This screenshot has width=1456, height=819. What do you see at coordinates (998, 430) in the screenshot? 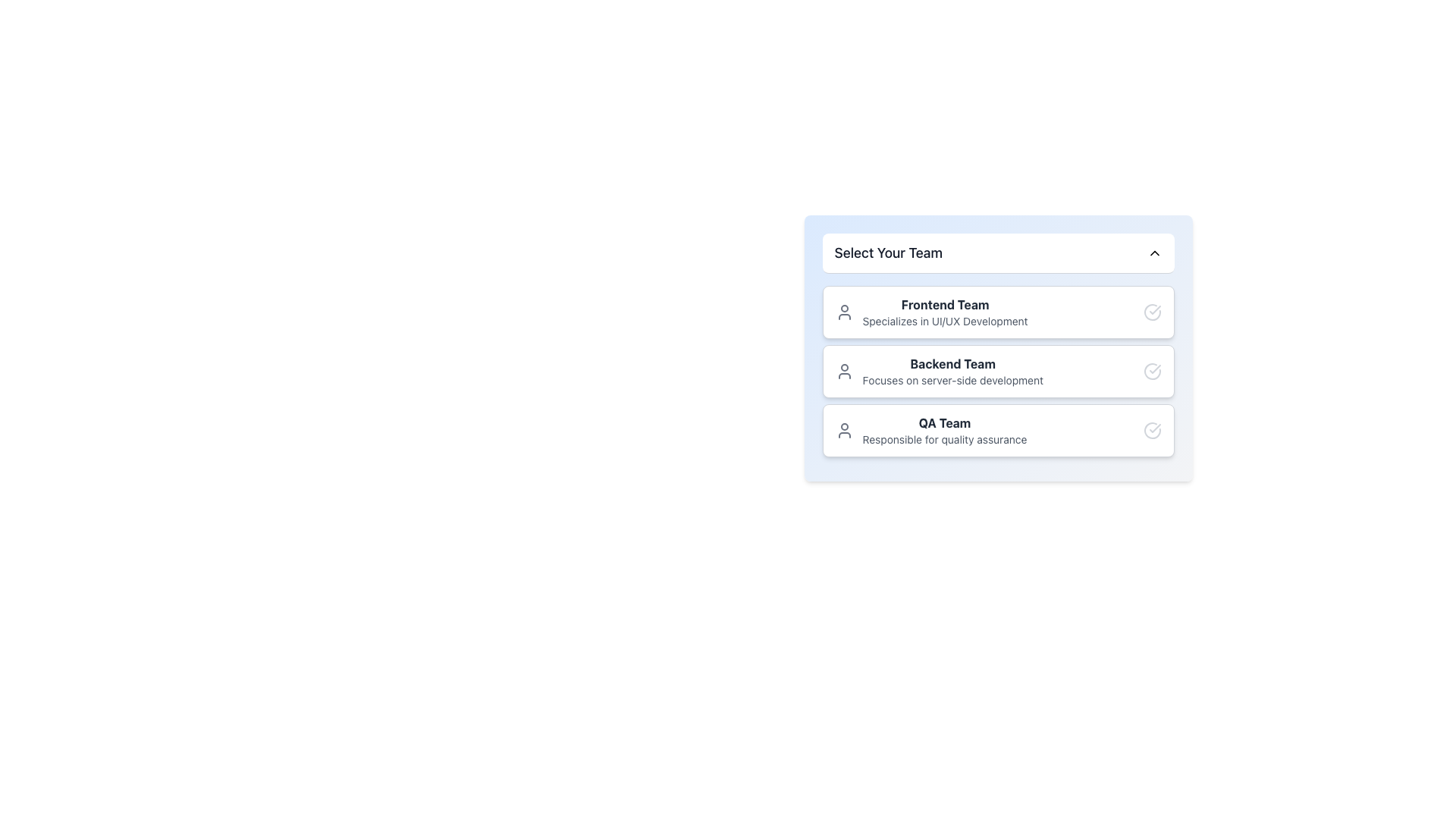
I see `the QA Team card, the third card in the horizontally stacked list` at bounding box center [998, 430].